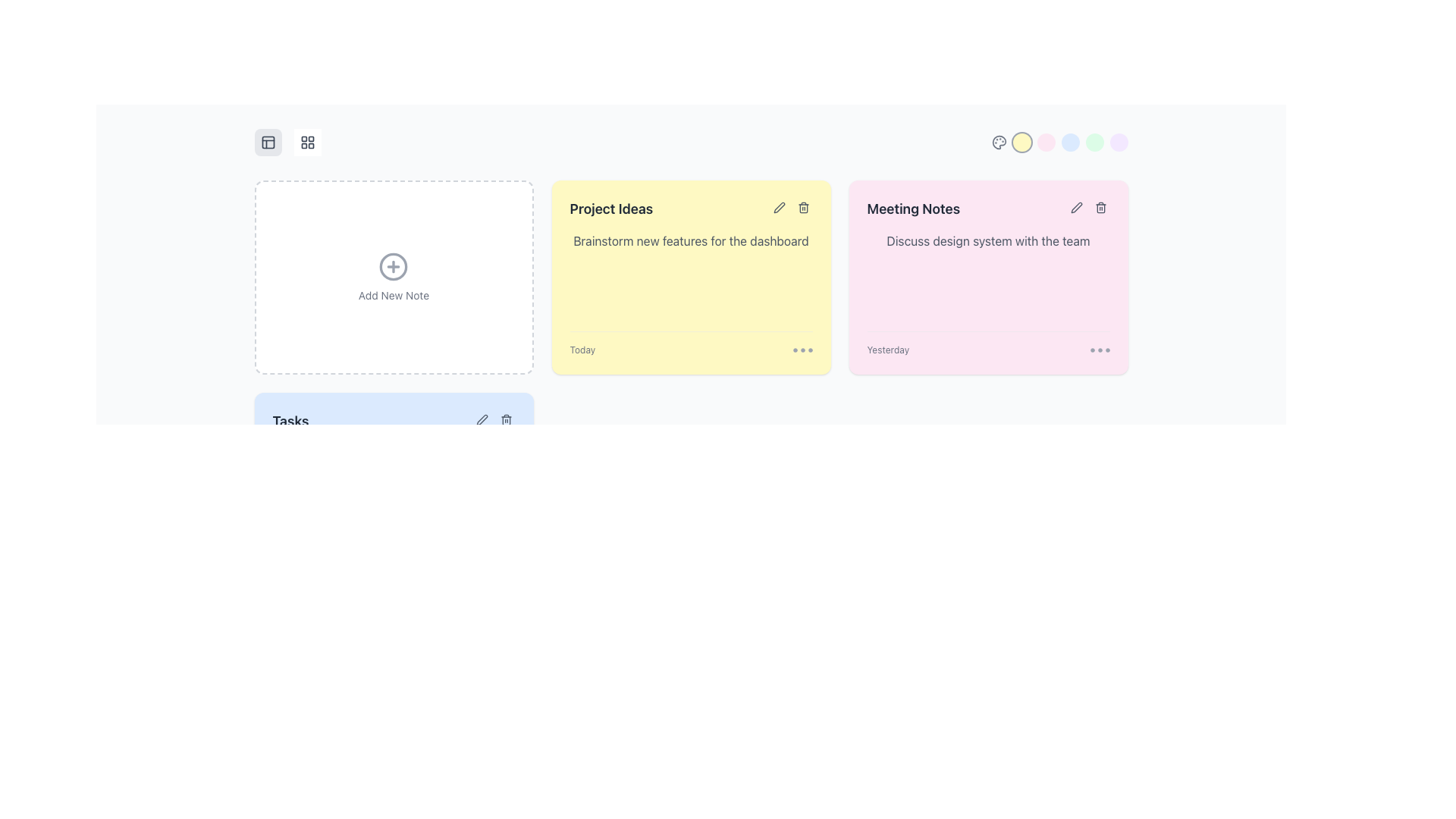  Describe the element at coordinates (1075, 207) in the screenshot. I see `the edit icon button resembling a pen located in the top-right corner of the 'Meeting Notes' card to initiate editing of the card content` at that location.